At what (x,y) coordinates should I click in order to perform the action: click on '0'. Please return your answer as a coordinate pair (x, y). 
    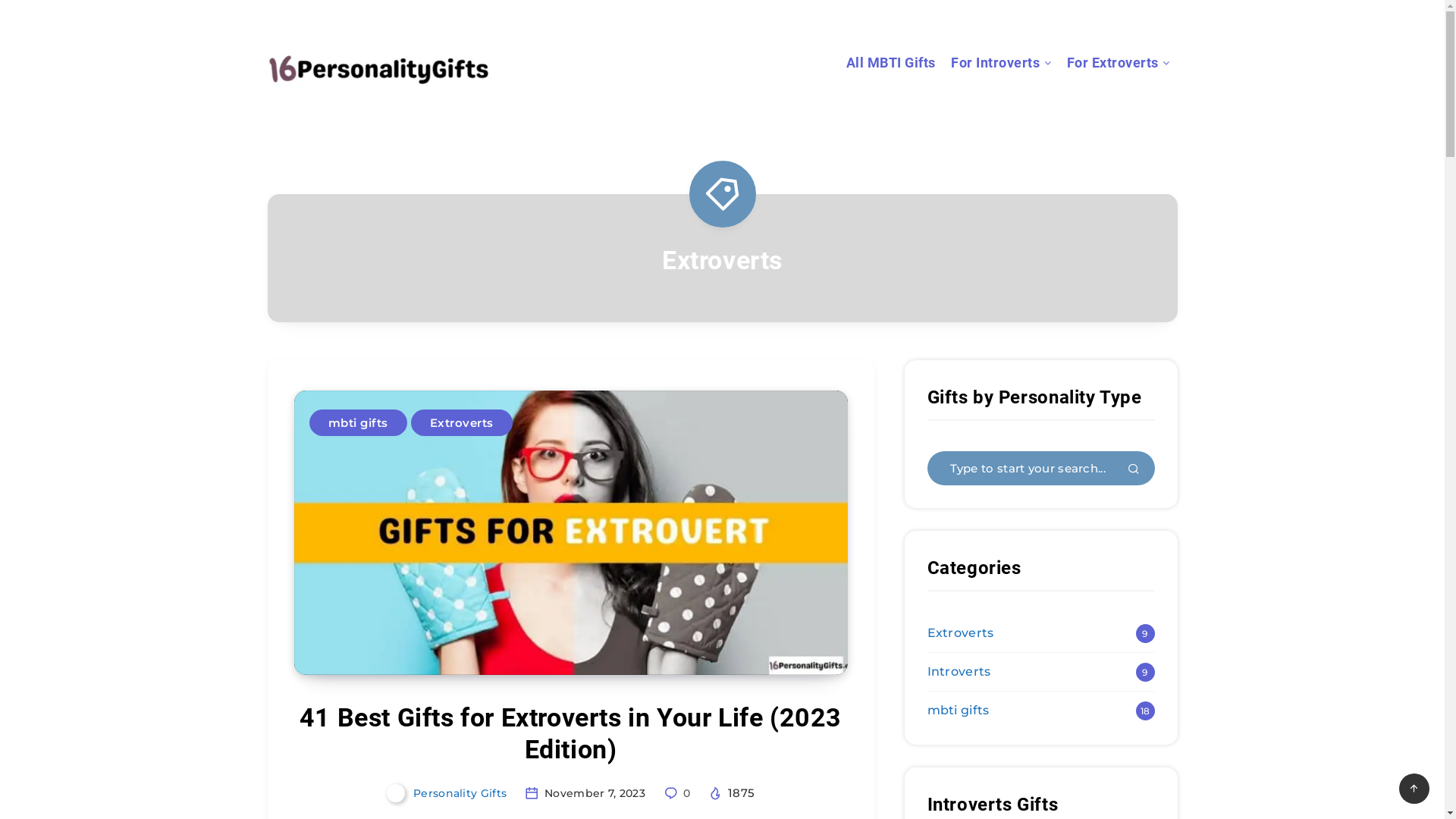
    Looking at the image, I should click on (677, 792).